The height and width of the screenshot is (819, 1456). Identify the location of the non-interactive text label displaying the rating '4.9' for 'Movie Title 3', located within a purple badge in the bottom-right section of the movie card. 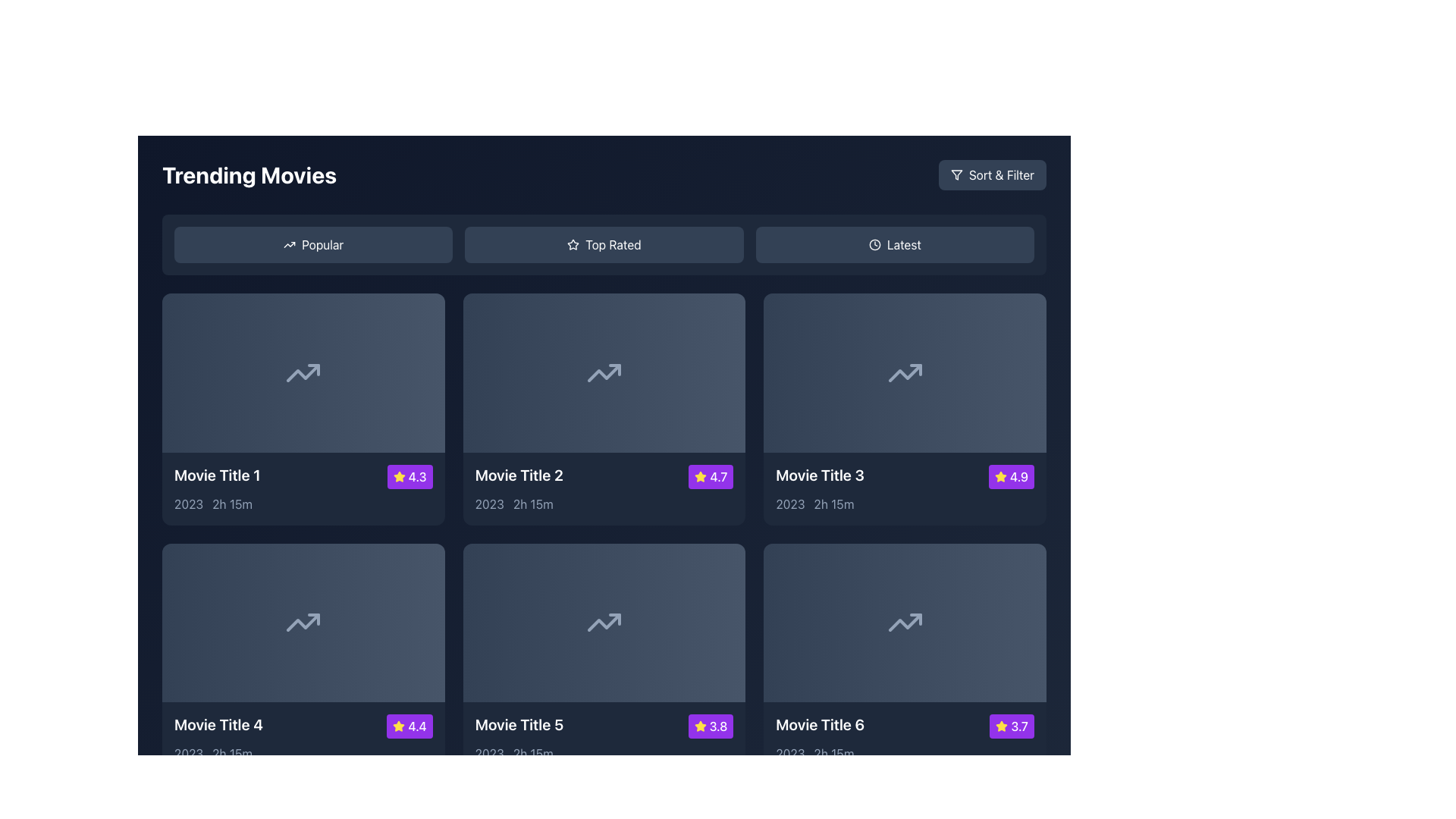
(1019, 475).